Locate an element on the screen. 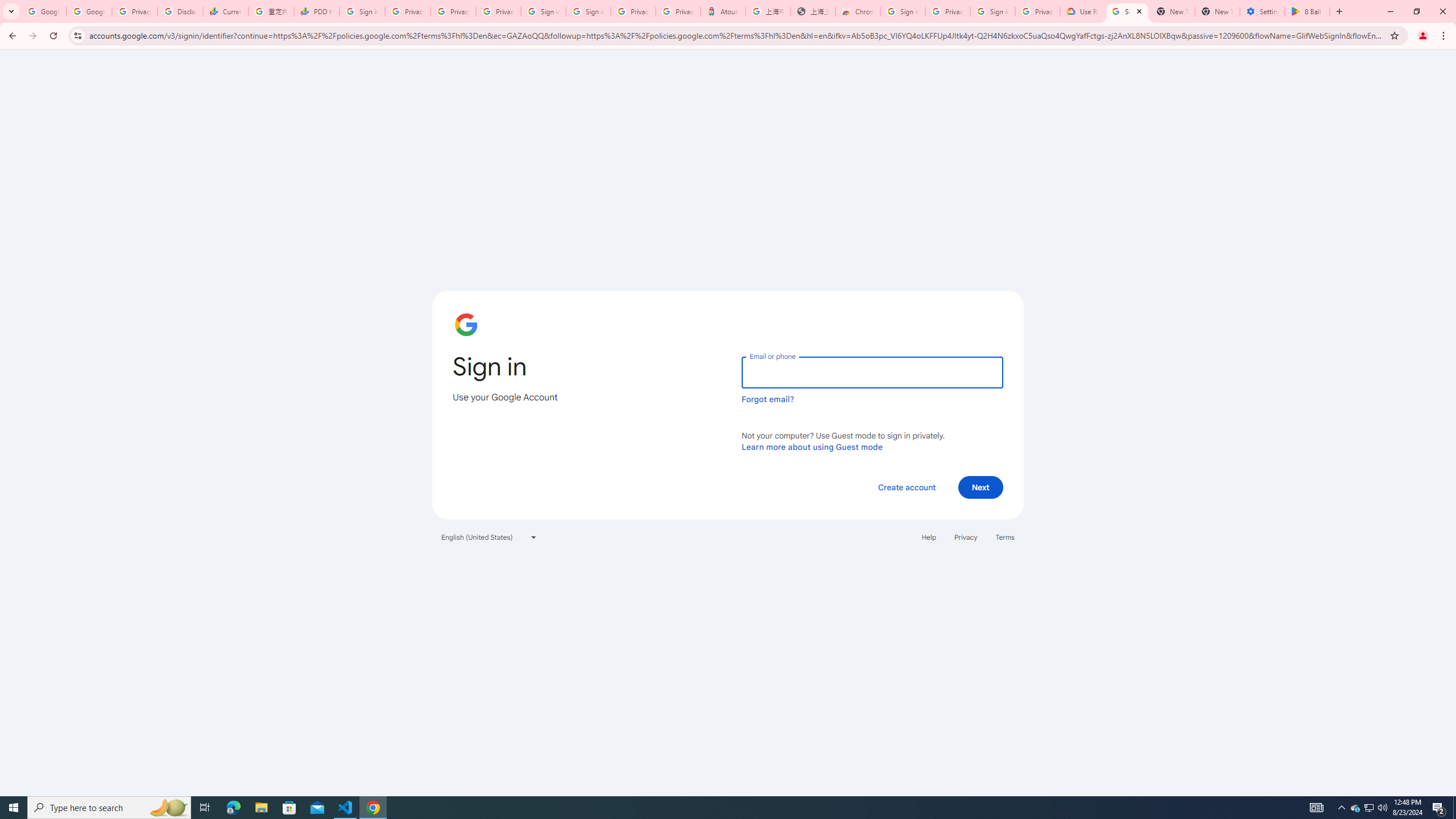  '8 Ball Pool - Apps on Google Play' is located at coordinates (1307, 11).